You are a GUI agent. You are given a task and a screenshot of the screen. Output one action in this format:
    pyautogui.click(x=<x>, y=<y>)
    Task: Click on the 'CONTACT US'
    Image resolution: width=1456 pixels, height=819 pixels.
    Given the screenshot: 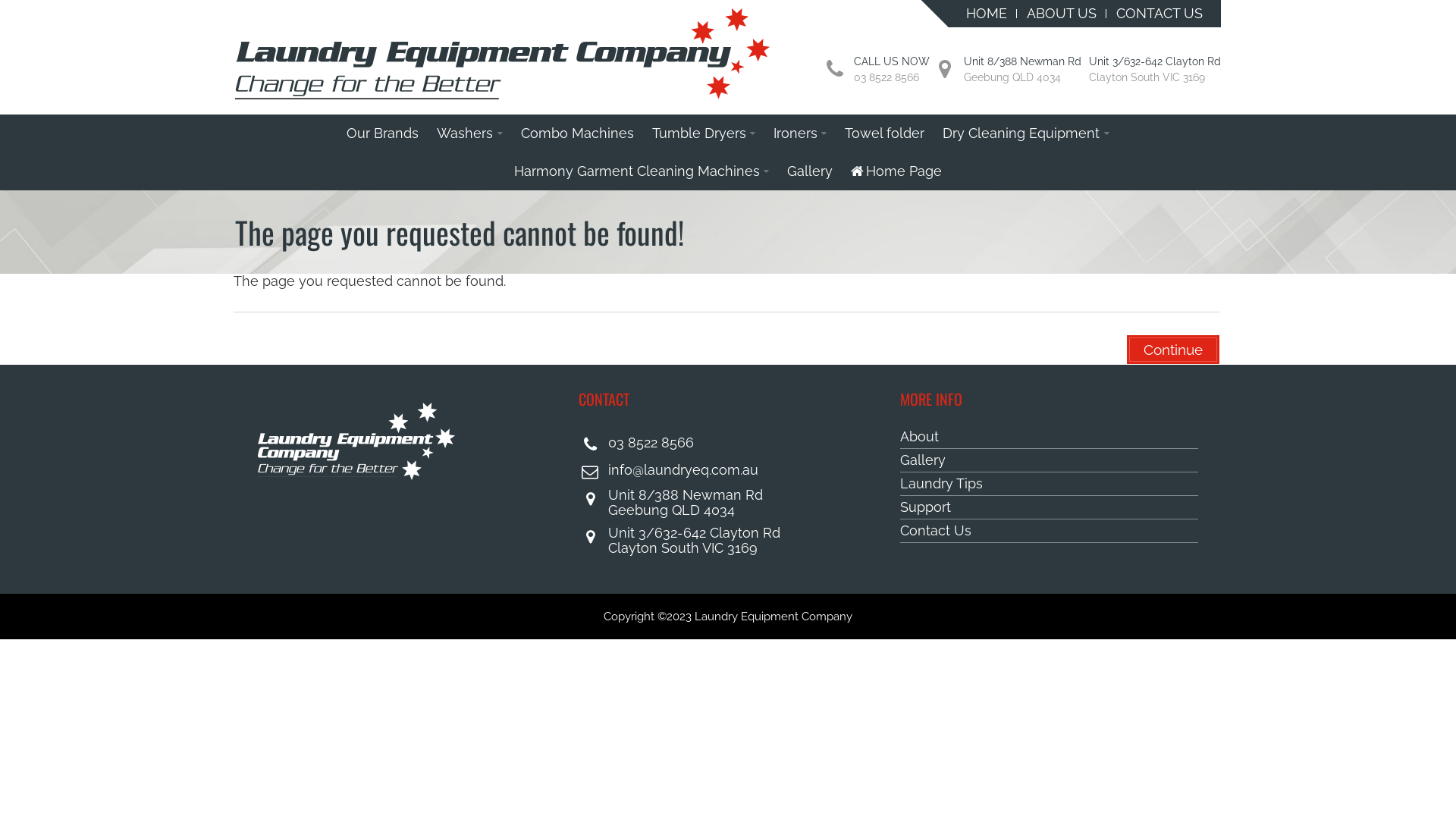 What is the action you would take?
    pyautogui.click(x=1159, y=14)
    